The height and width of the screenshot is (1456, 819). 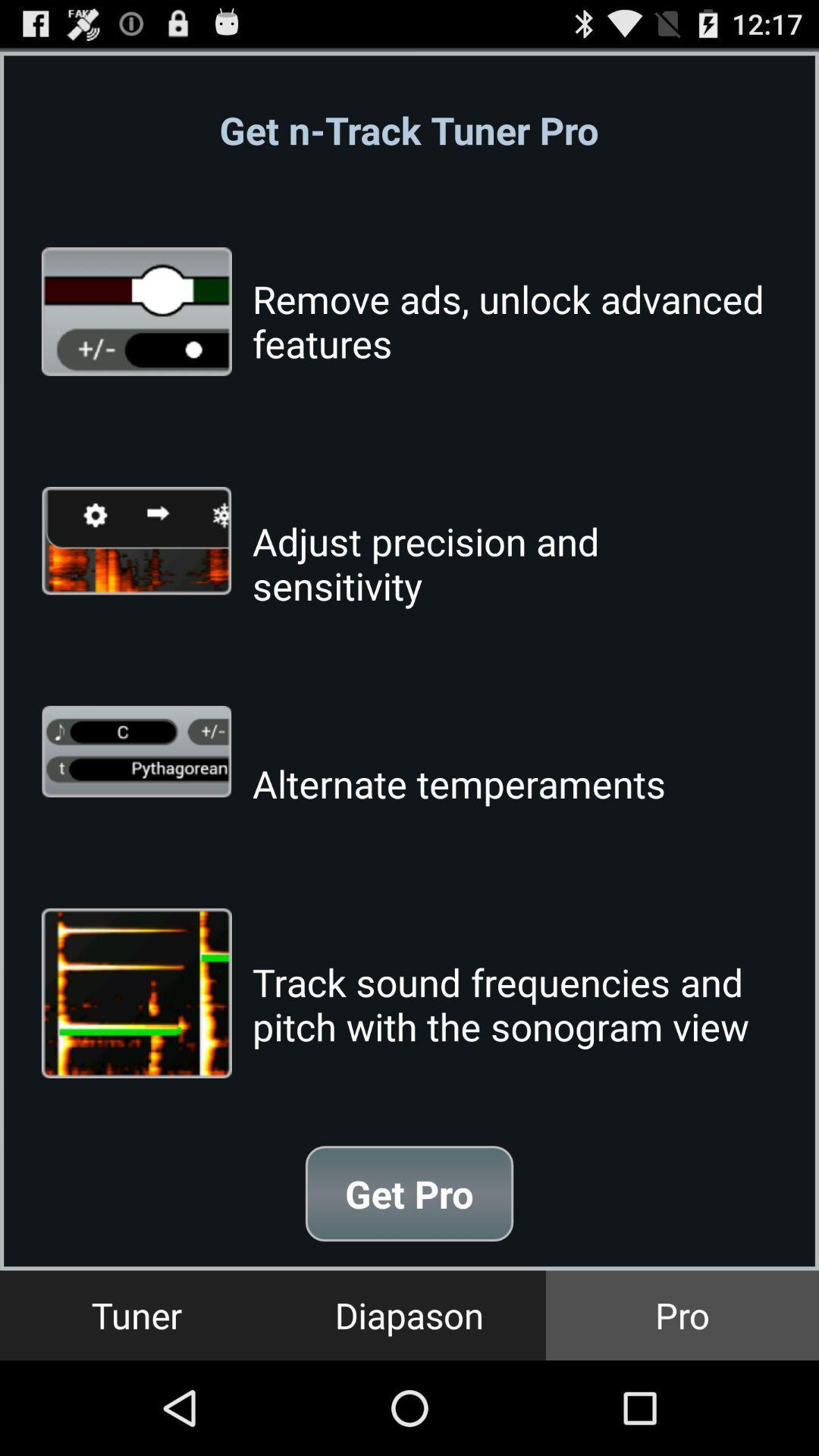 I want to click on the button to the right of tuner button, so click(x=409, y=1314).